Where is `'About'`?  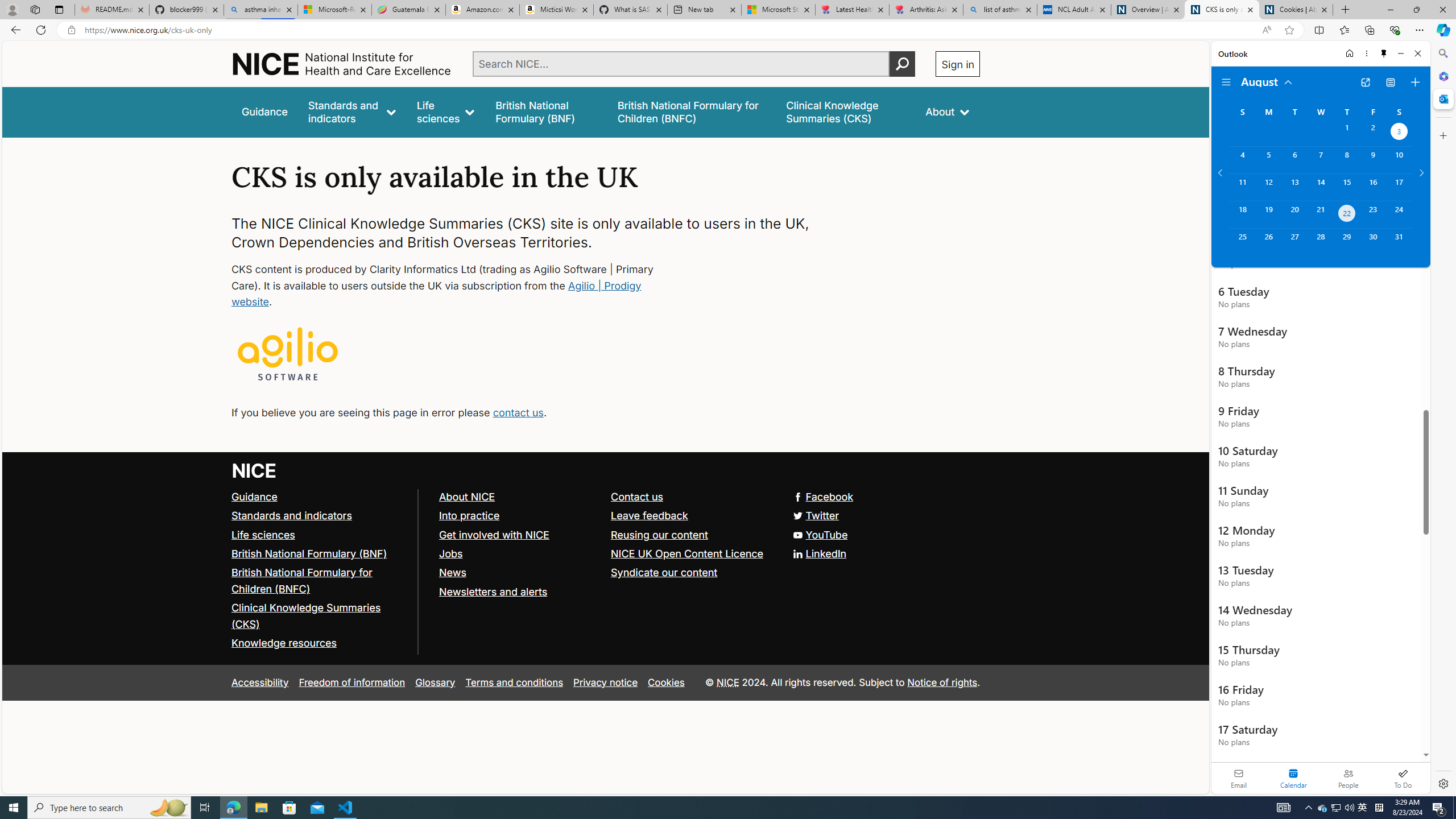 'About' is located at coordinates (948, 111).